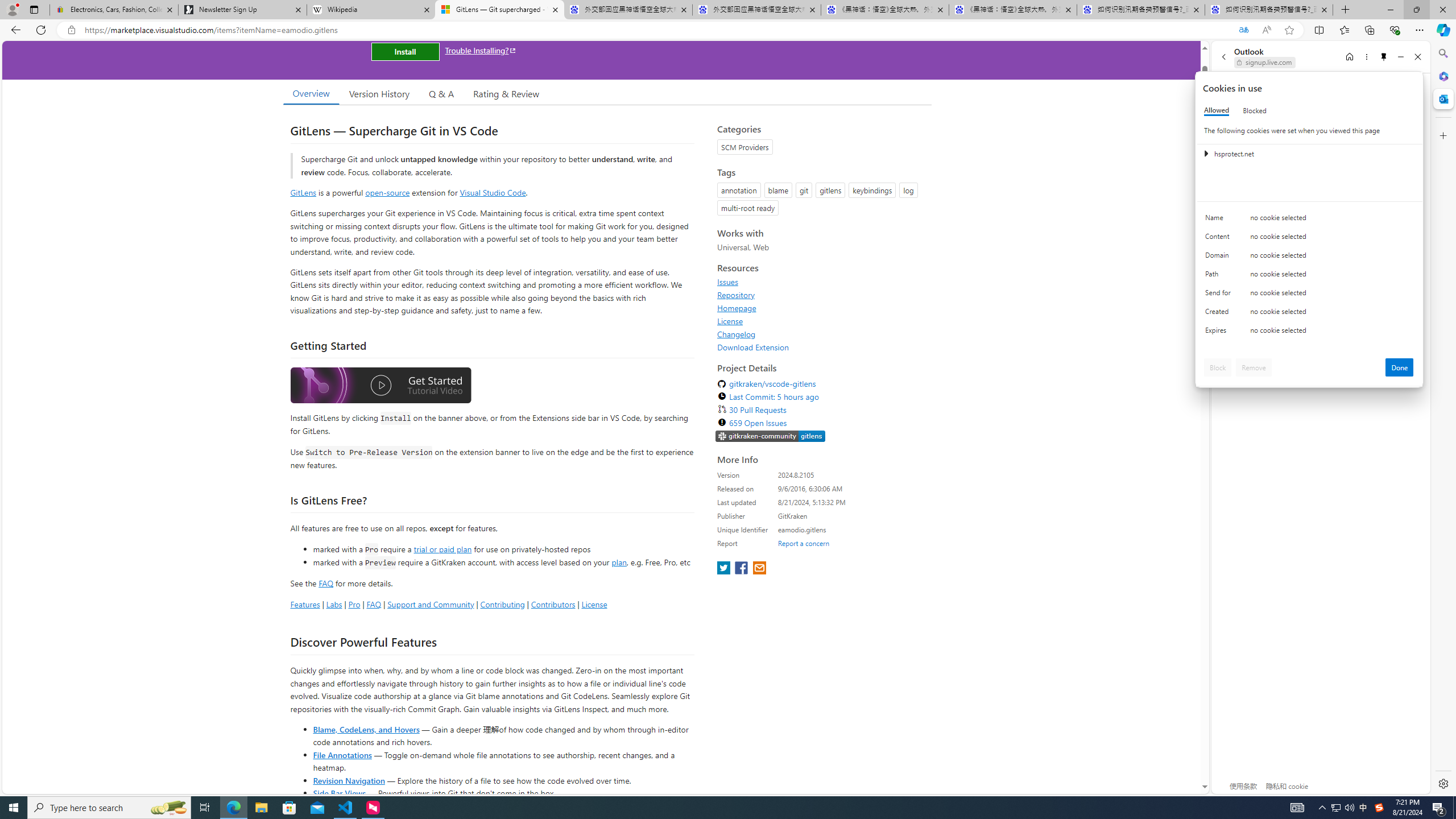  Describe the element at coordinates (1219, 257) in the screenshot. I see `'Domain'` at that location.